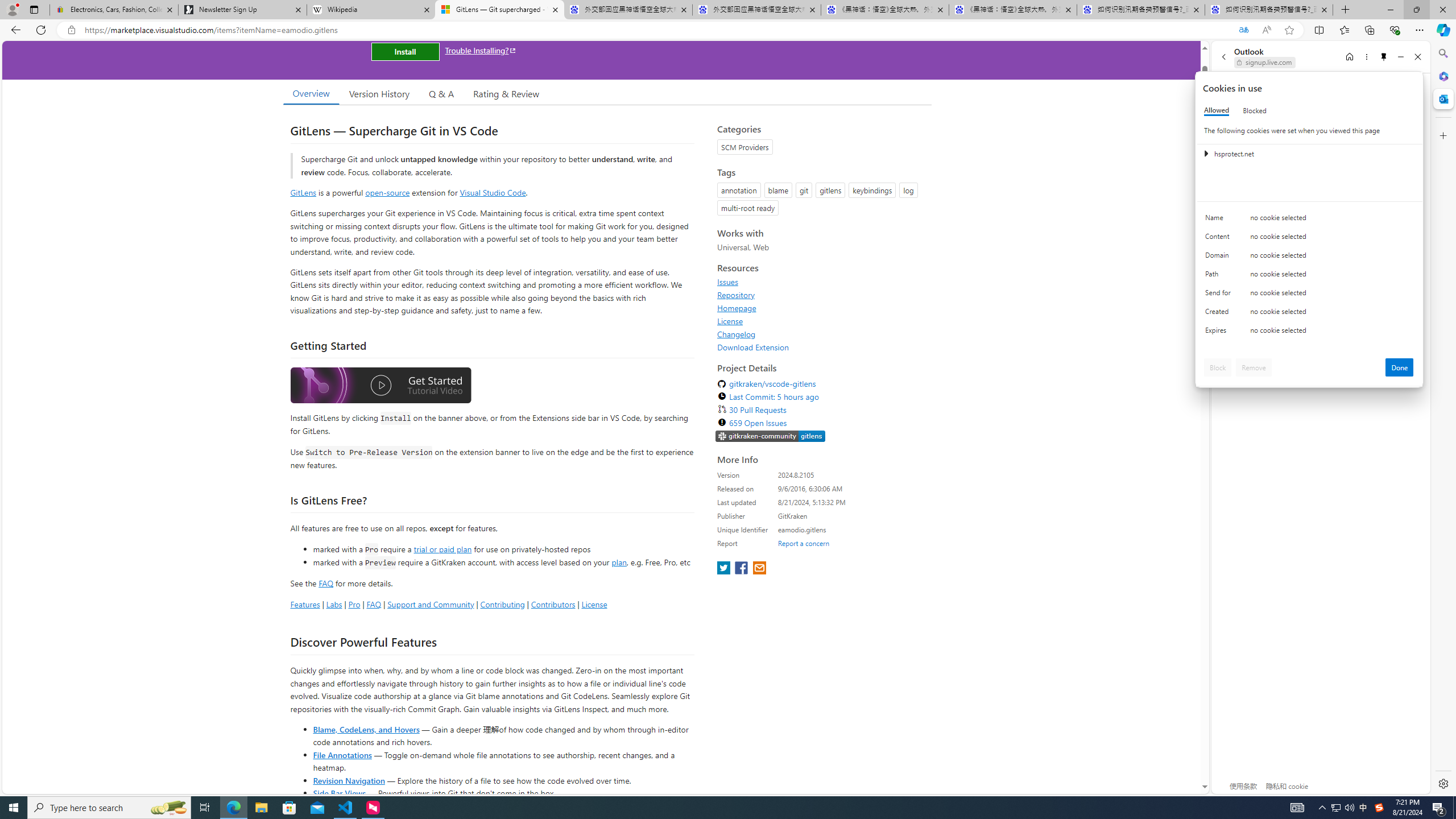  Describe the element at coordinates (1219, 257) in the screenshot. I see `'Domain'` at that location.